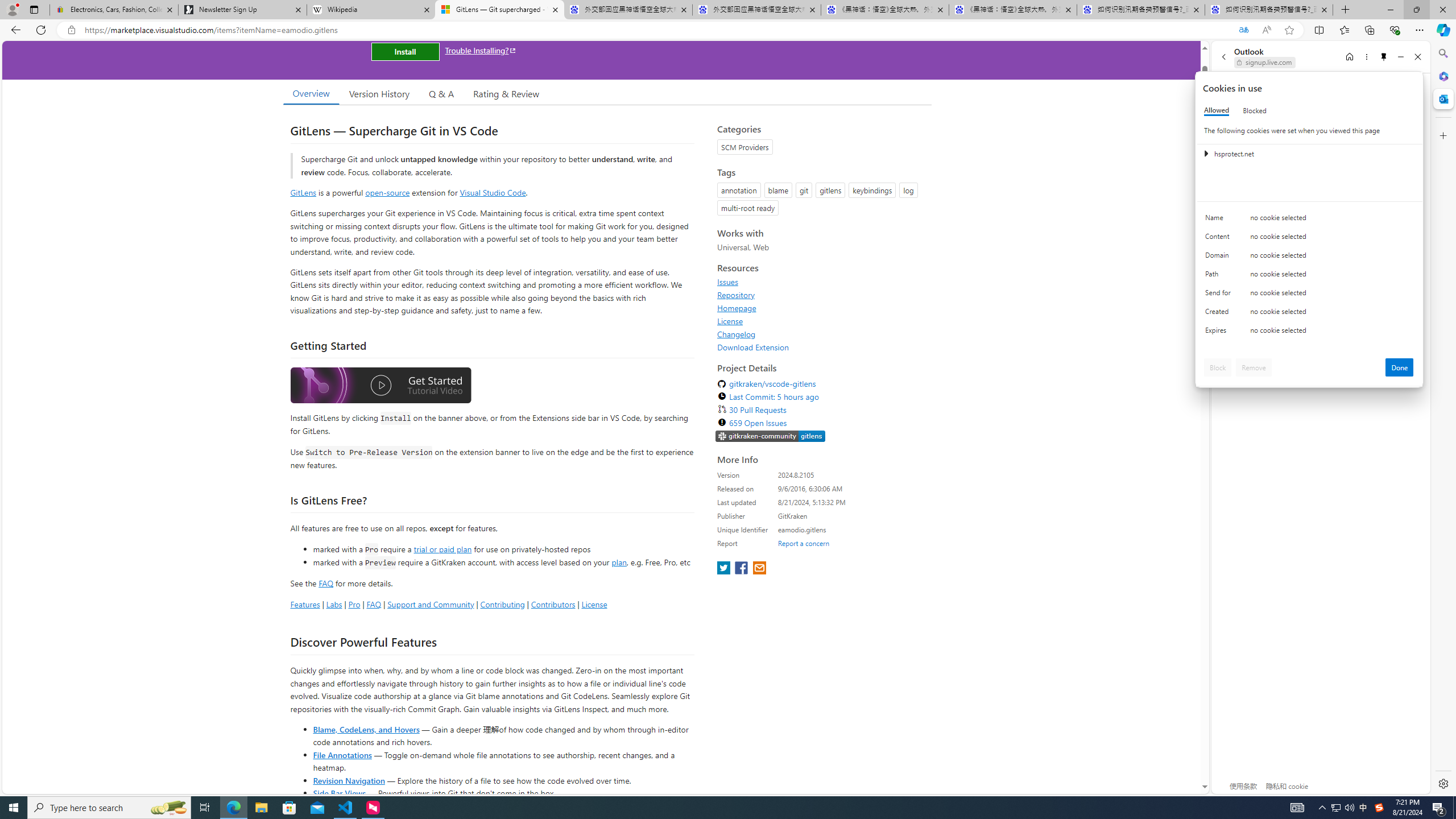  Describe the element at coordinates (1219, 257) in the screenshot. I see `'Domain'` at that location.